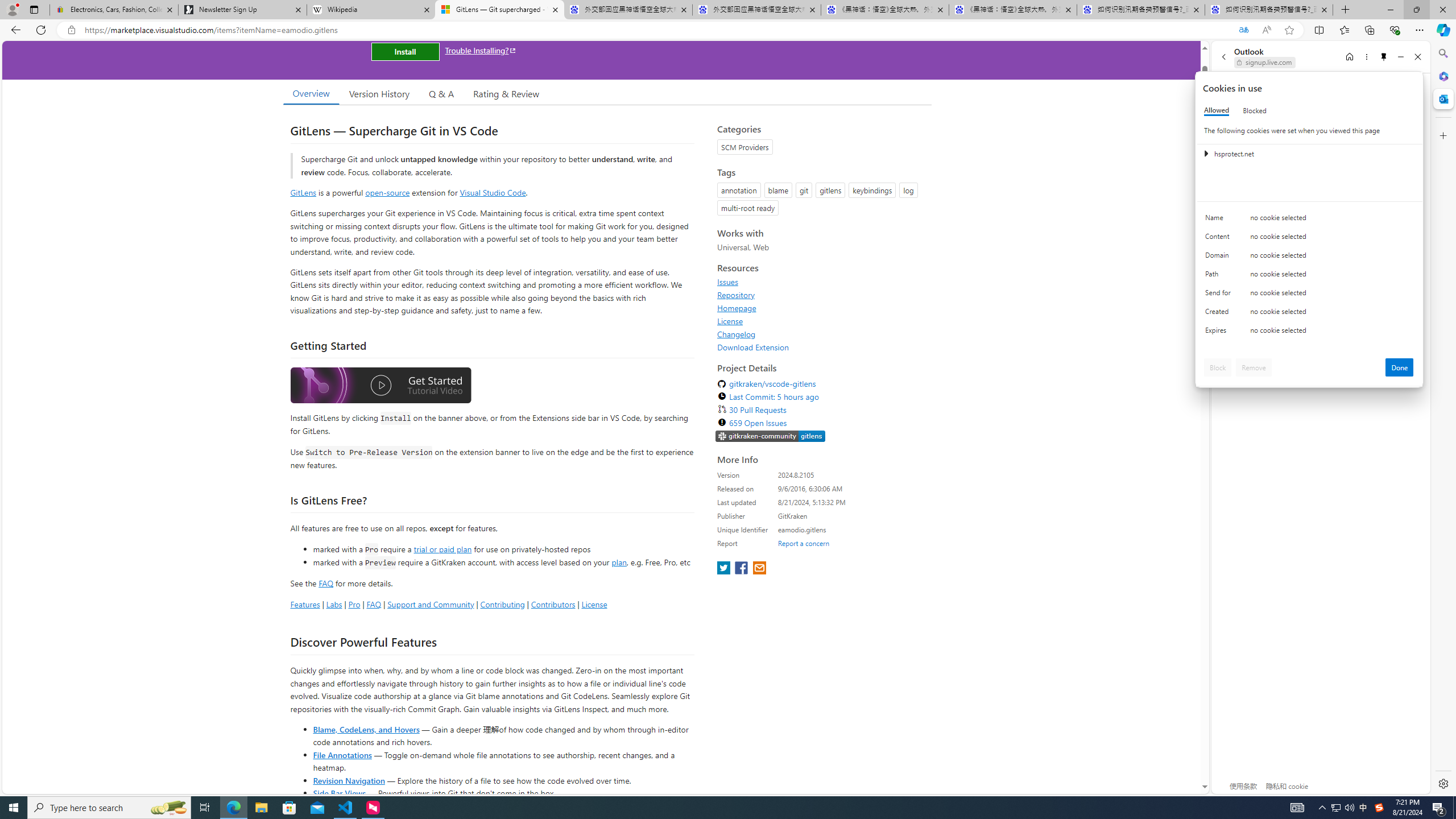  Describe the element at coordinates (1219, 257) in the screenshot. I see `'Domain'` at that location.